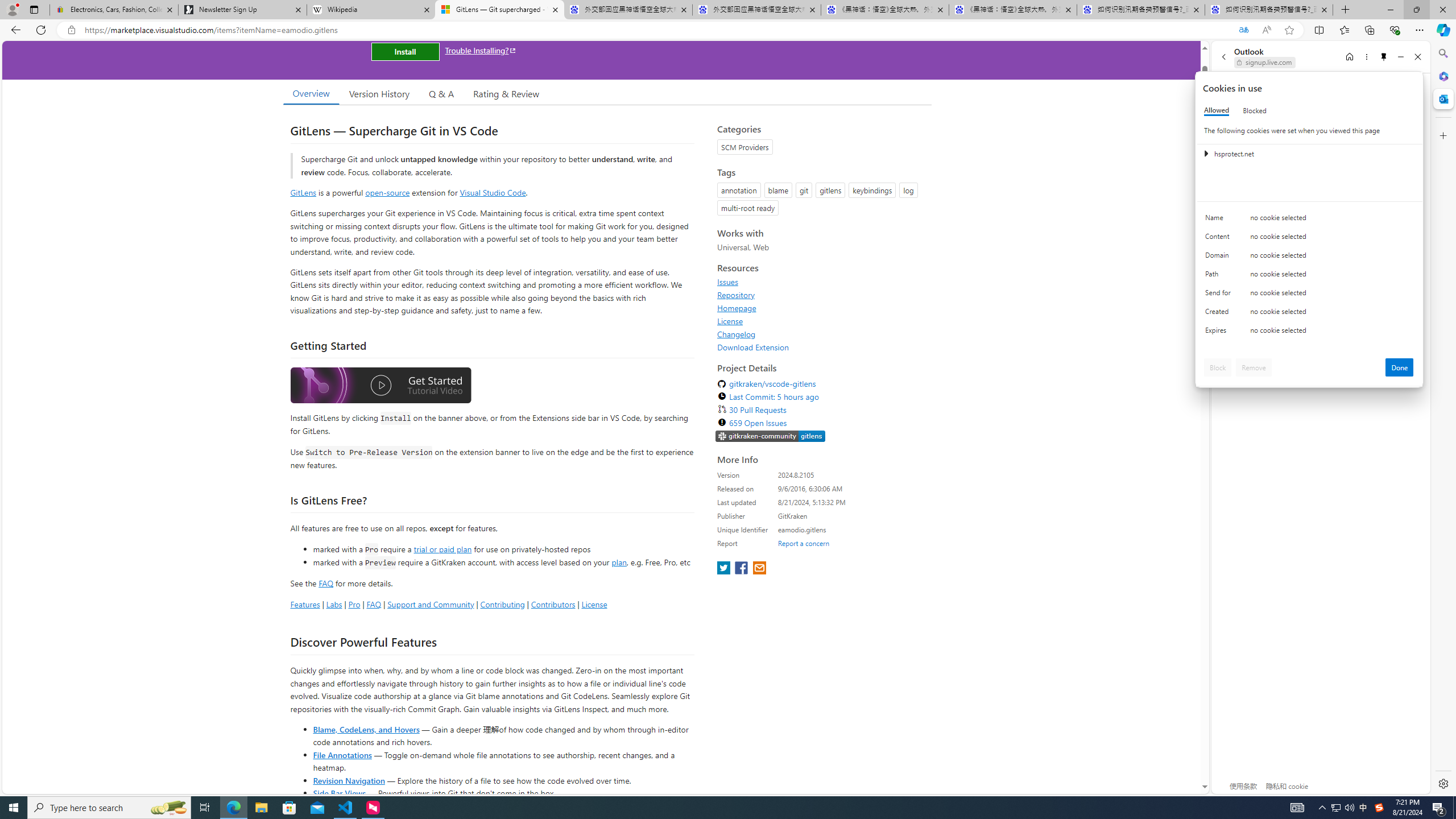  Describe the element at coordinates (1219, 257) in the screenshot. I see `'Domain'` at that location.